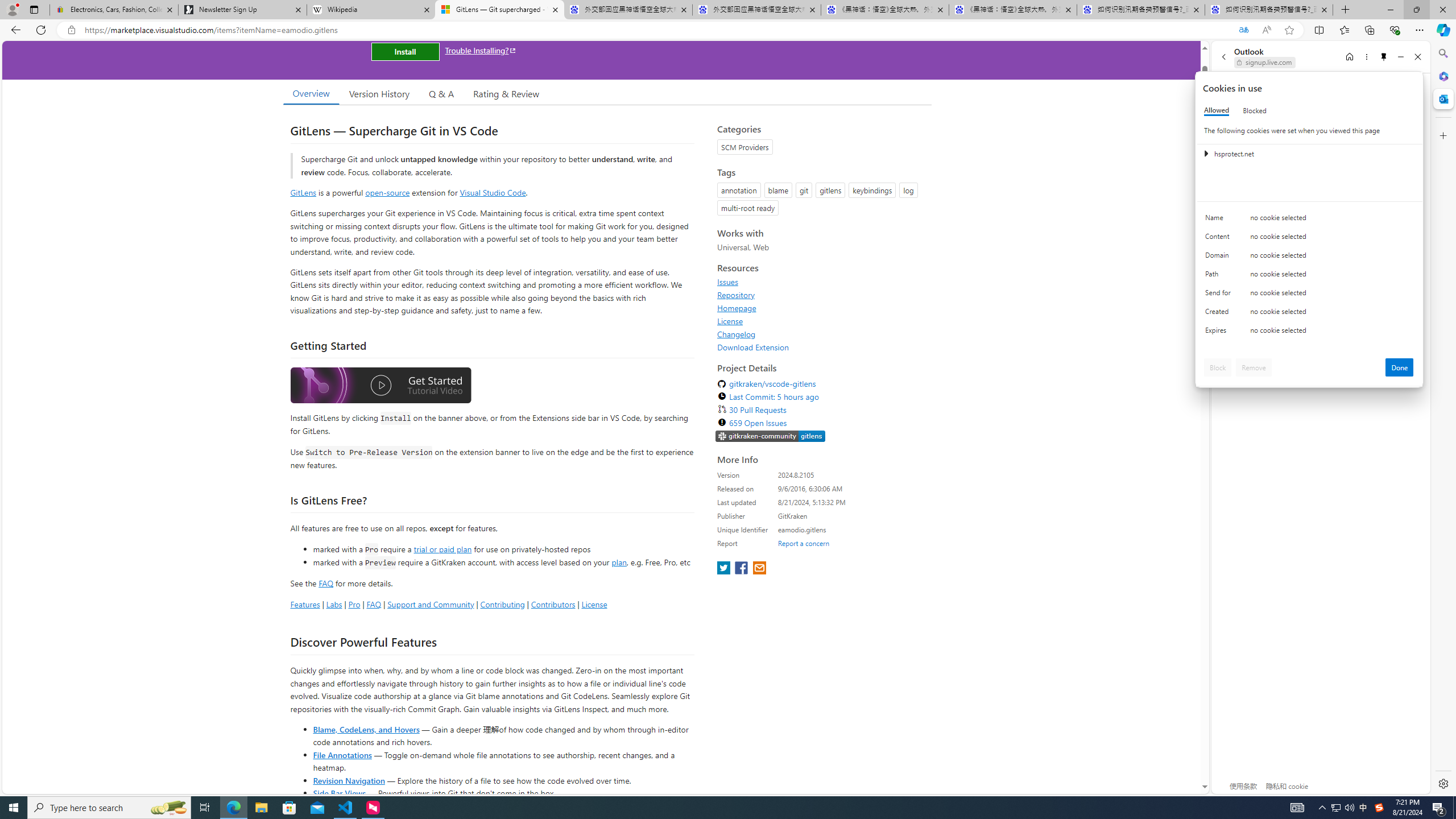  Describe the element at coordinates (1219, 257) in the screenshot. I see `'Domain'` at that location.